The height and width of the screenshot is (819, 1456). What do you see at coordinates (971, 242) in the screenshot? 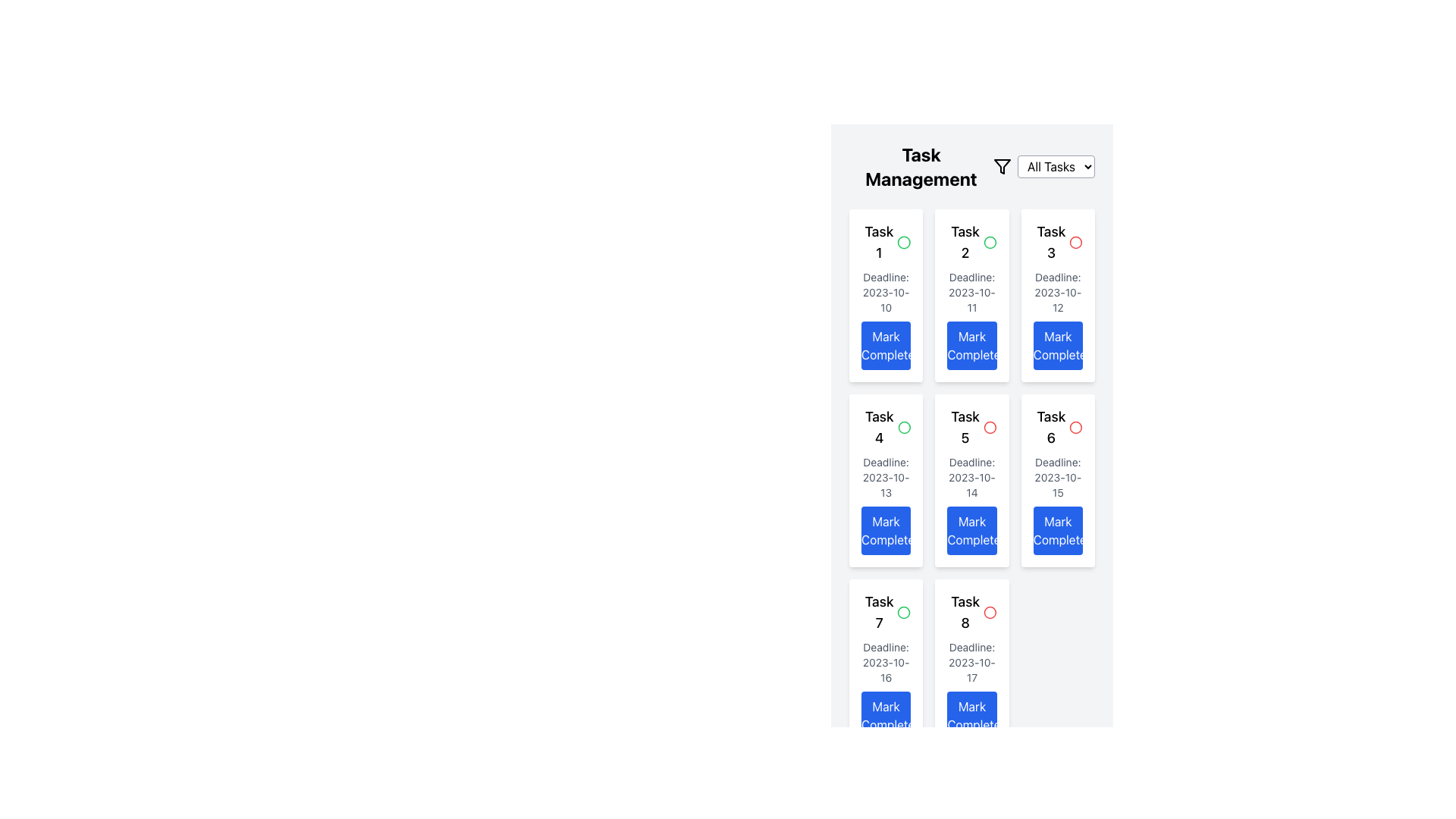
I see `the 'Task 2' text label located at the top of the 'Task 2' card in the task management board` at bounding box center [971, 242].